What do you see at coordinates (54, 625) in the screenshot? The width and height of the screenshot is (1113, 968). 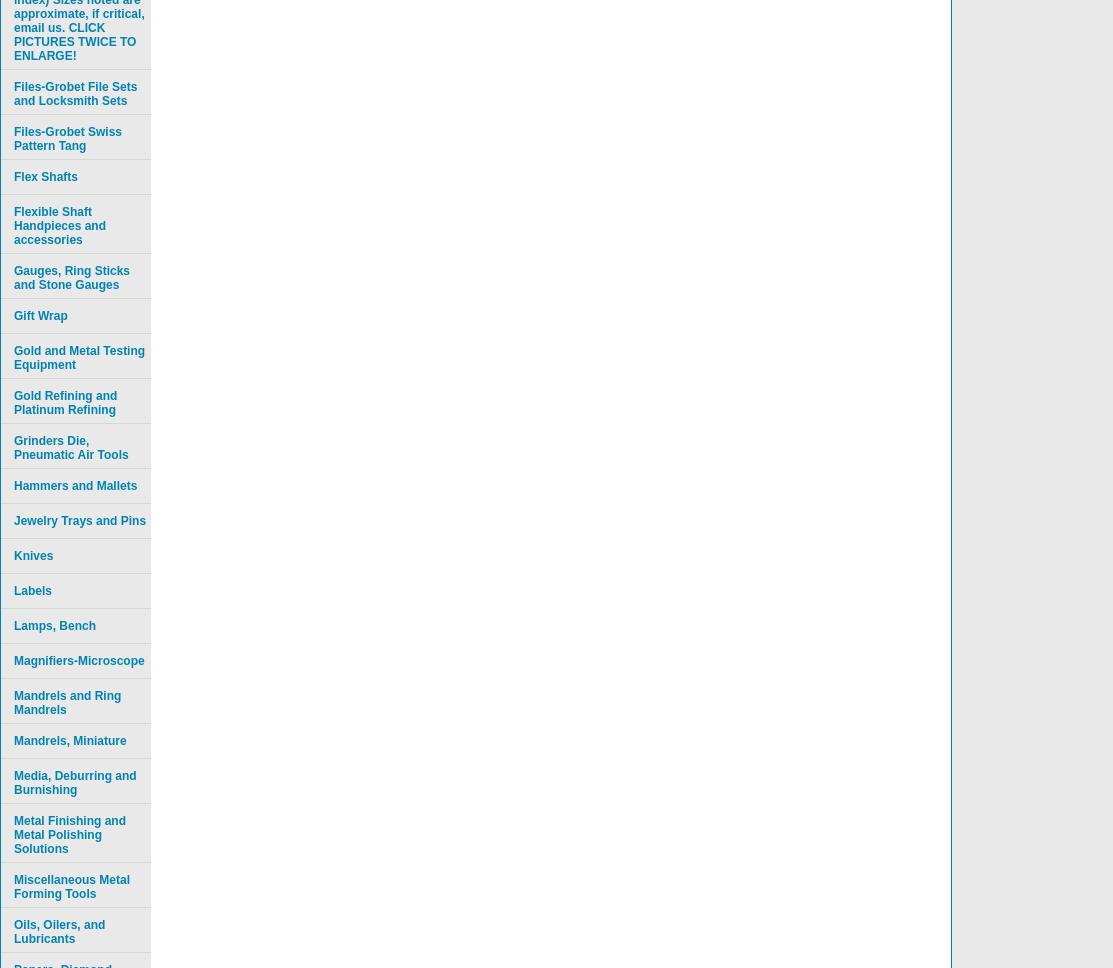 I see `'Lamps, Bench'` at bounding box center [54, 625].